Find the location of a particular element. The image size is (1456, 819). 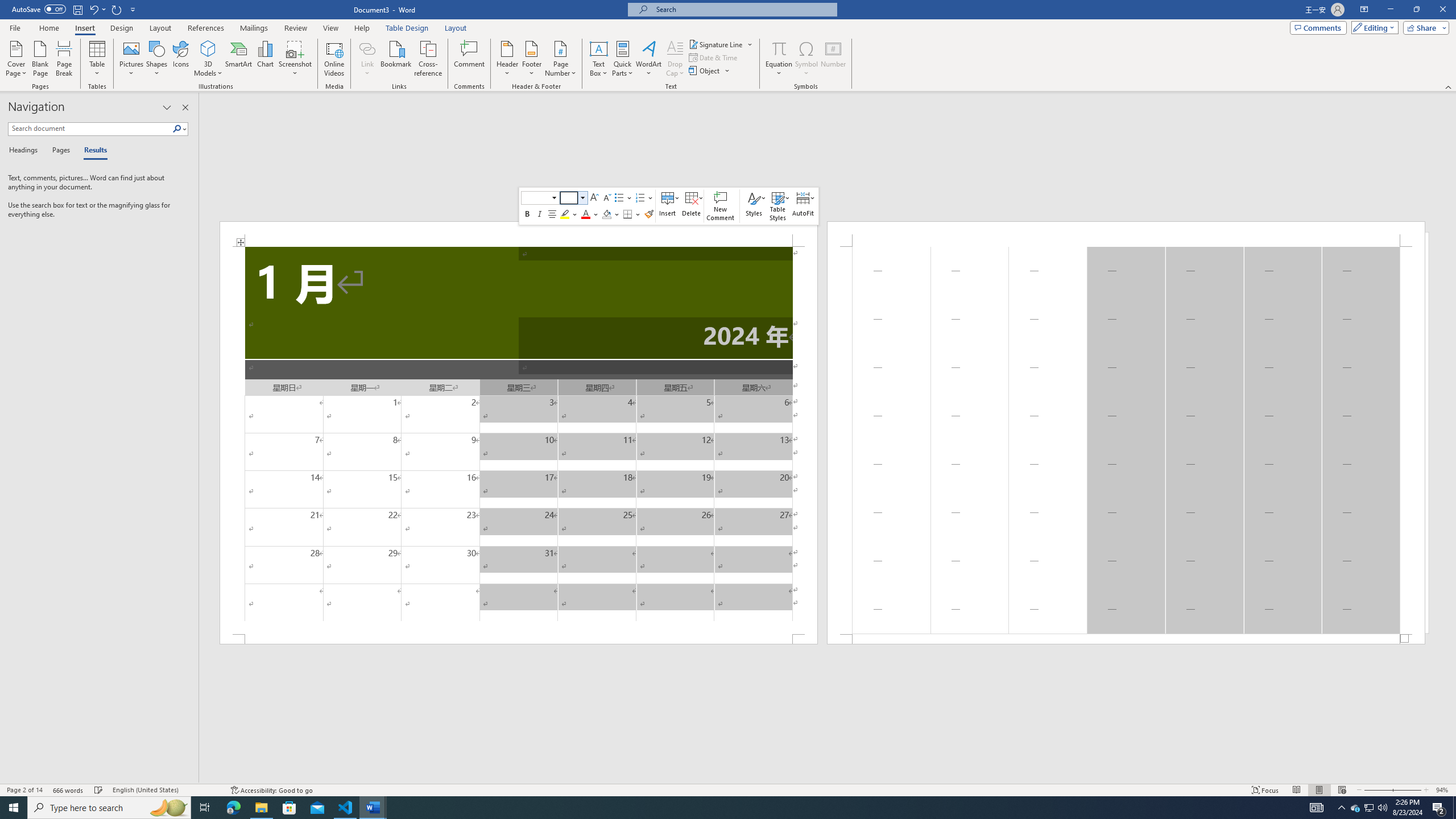

'Drop Cap' is located at coordinates (675, 59).